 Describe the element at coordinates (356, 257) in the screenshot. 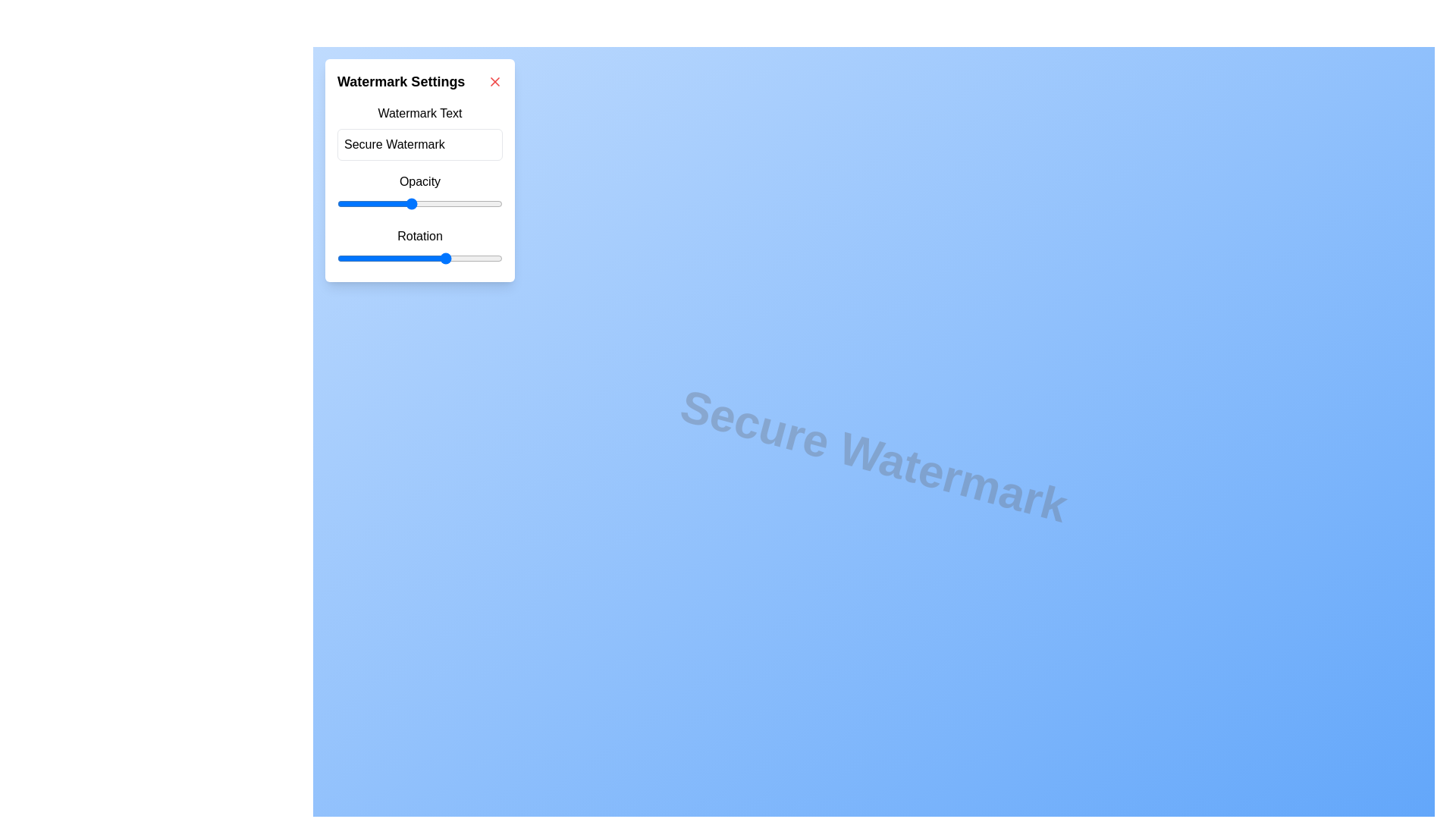

I see `the rotation value` at that location.